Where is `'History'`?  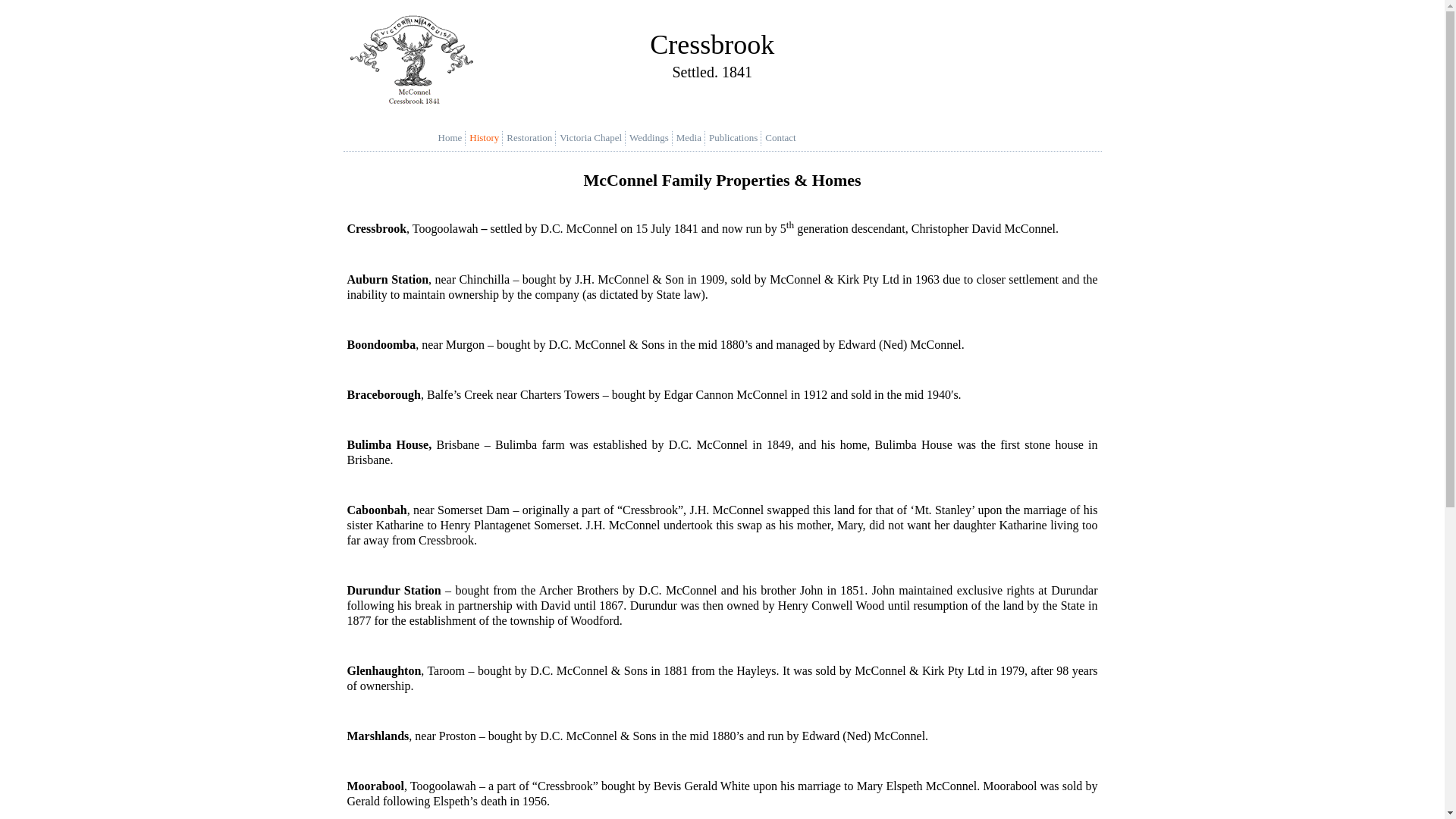
'History' is located at coordinates (488, 137).